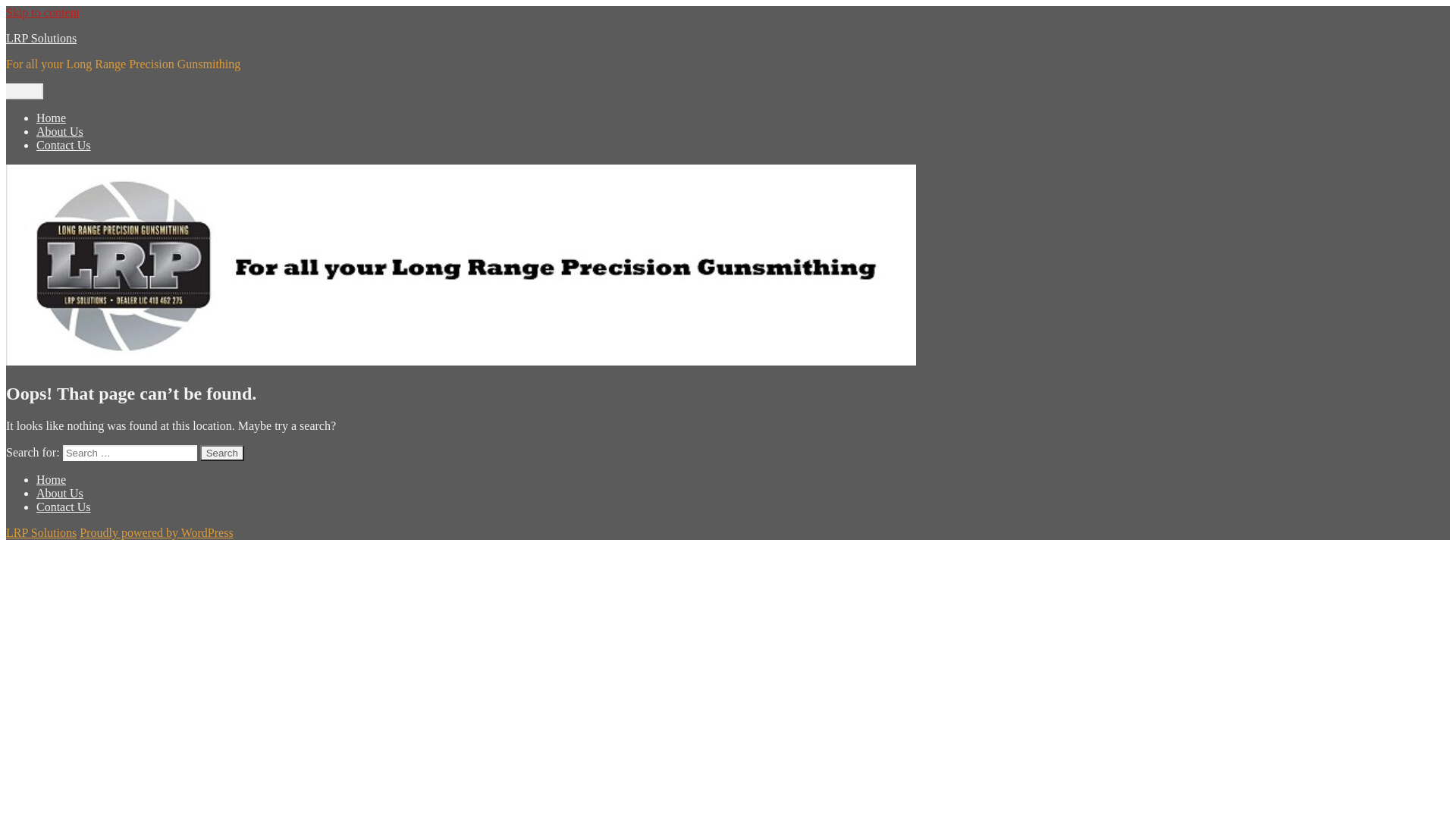  What do you see at coordinates (24, 91) in the screenshot?
I see `'Menu'` at bounding box center [24, 91].